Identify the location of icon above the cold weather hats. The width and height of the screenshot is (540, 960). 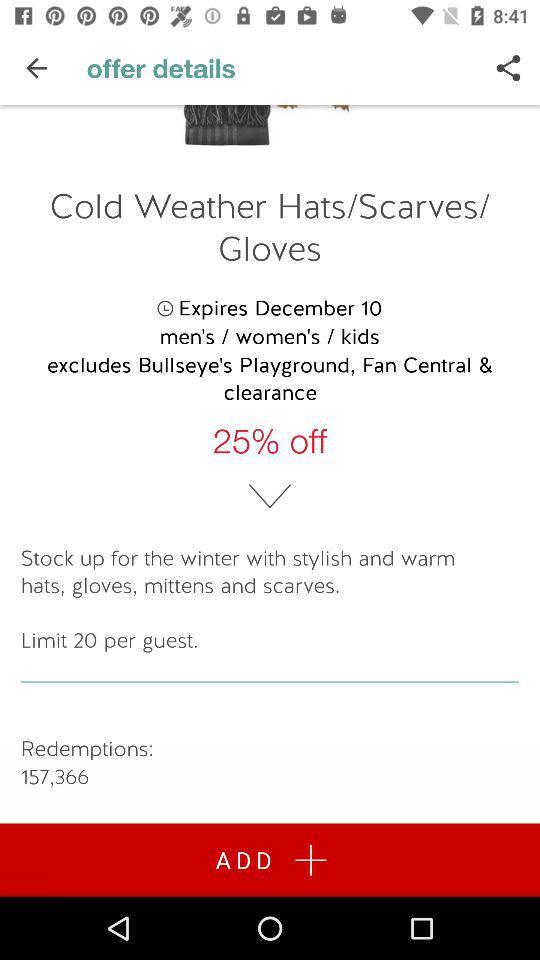
(508, 68).